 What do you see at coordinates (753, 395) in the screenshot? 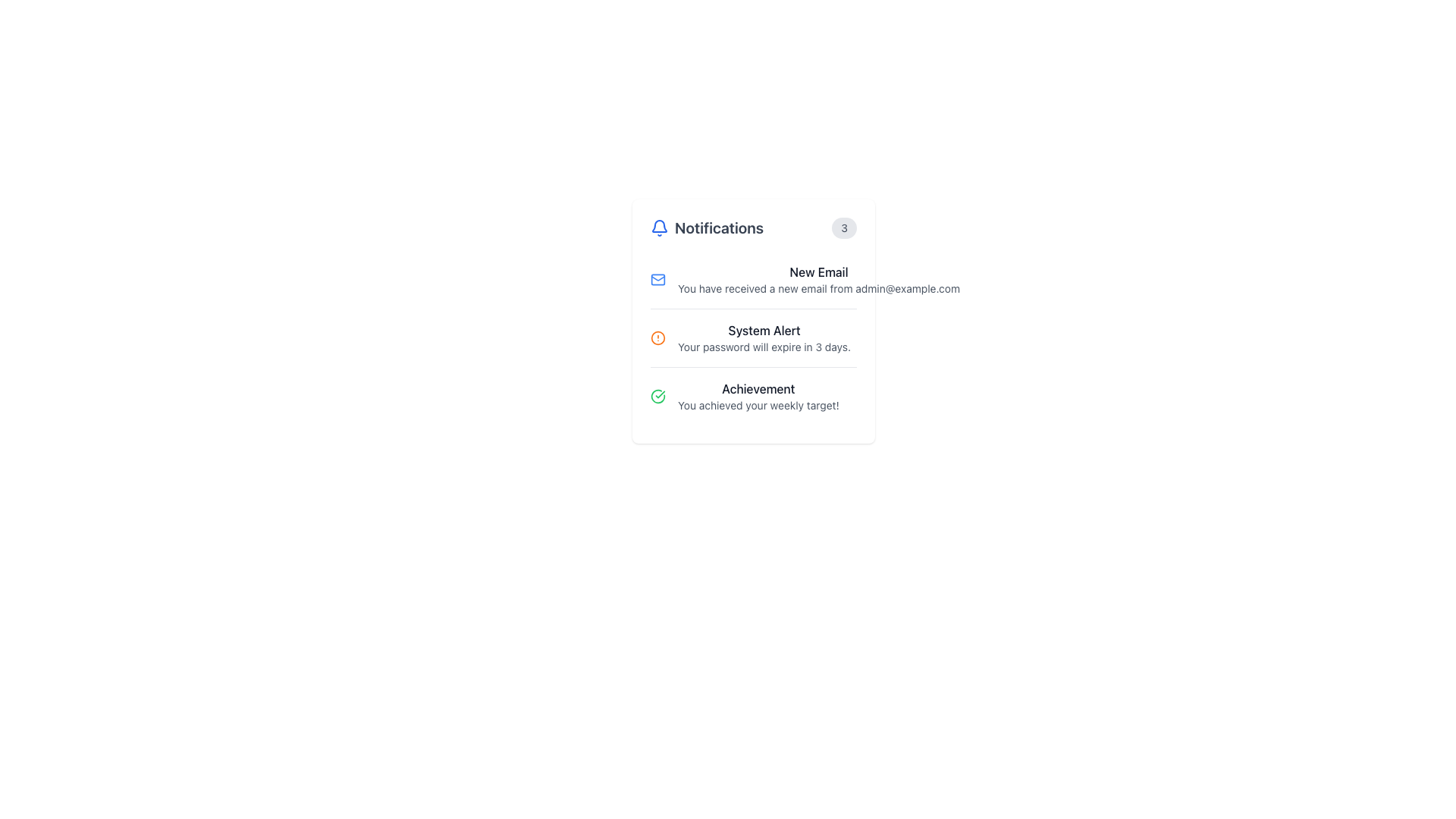
I see `notification text of the Notification item that displays 'Achievement' and 'You achieved your weekly target!'` at bounding box center [753, 395].